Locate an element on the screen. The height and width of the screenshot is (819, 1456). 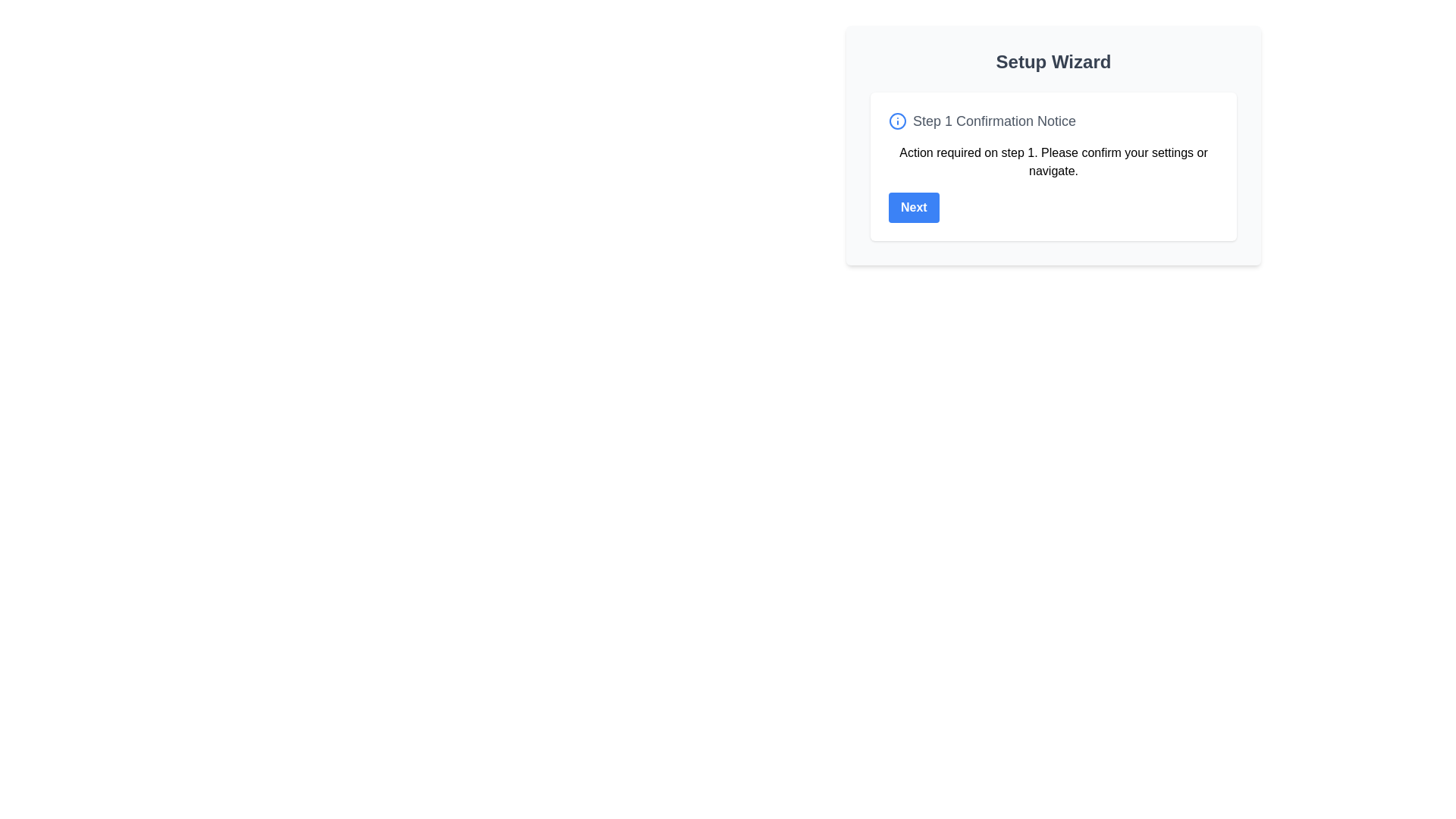
the heading text that indicates the step and purpose of the displayed content within the wizard-like user flow, positioned to the right of the circular blue information icon is located at coordinates (994, 120).